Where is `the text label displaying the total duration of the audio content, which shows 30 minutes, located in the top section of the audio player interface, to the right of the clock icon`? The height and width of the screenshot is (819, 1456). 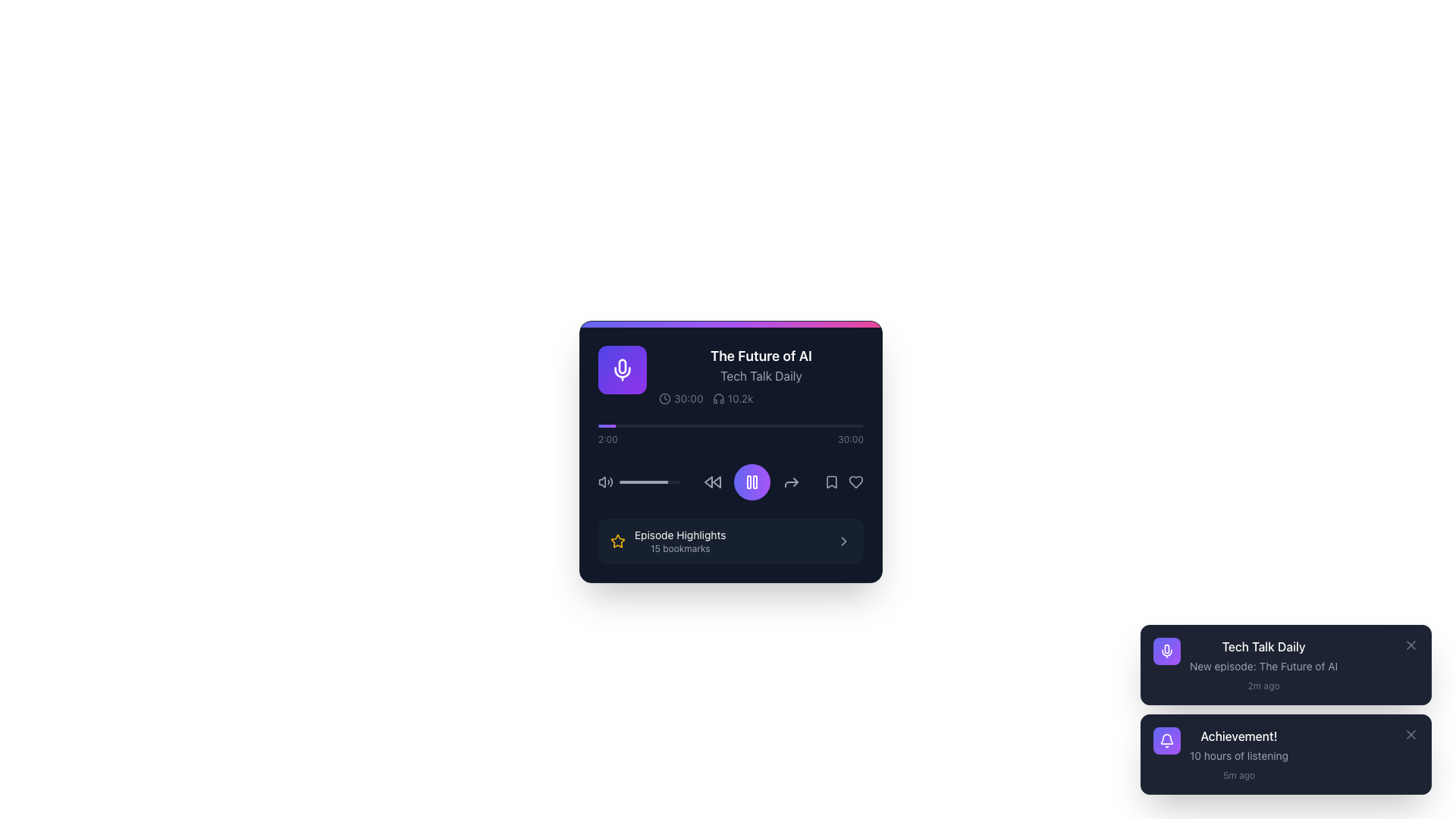 the text label displaying the total duration of the audio content, which shows 30 minutes, located in the top section of the audio player interface, to the right of the clock icon is located at coordinates (688, 397).